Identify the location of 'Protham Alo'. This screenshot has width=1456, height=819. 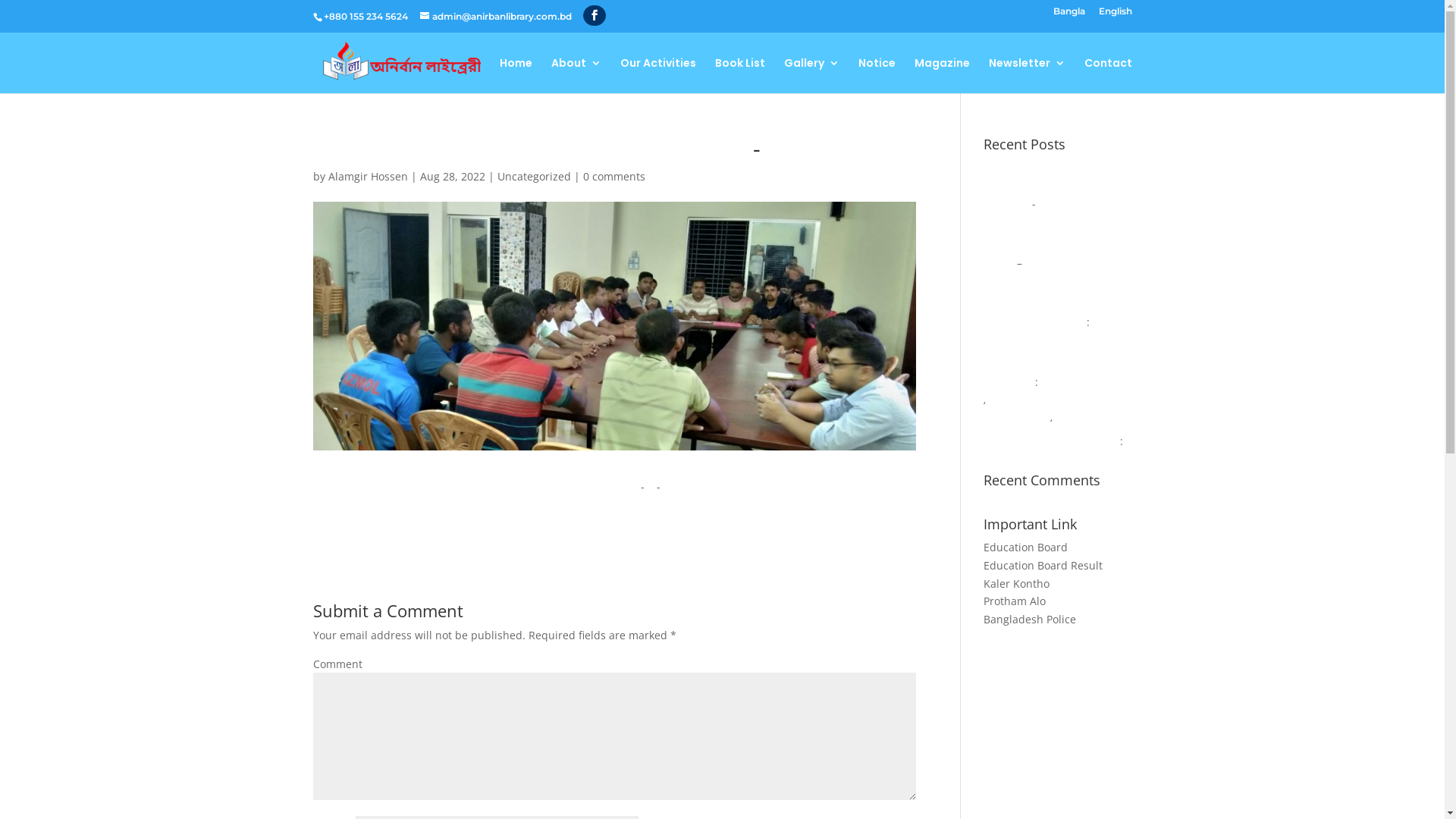
(1015, 600).